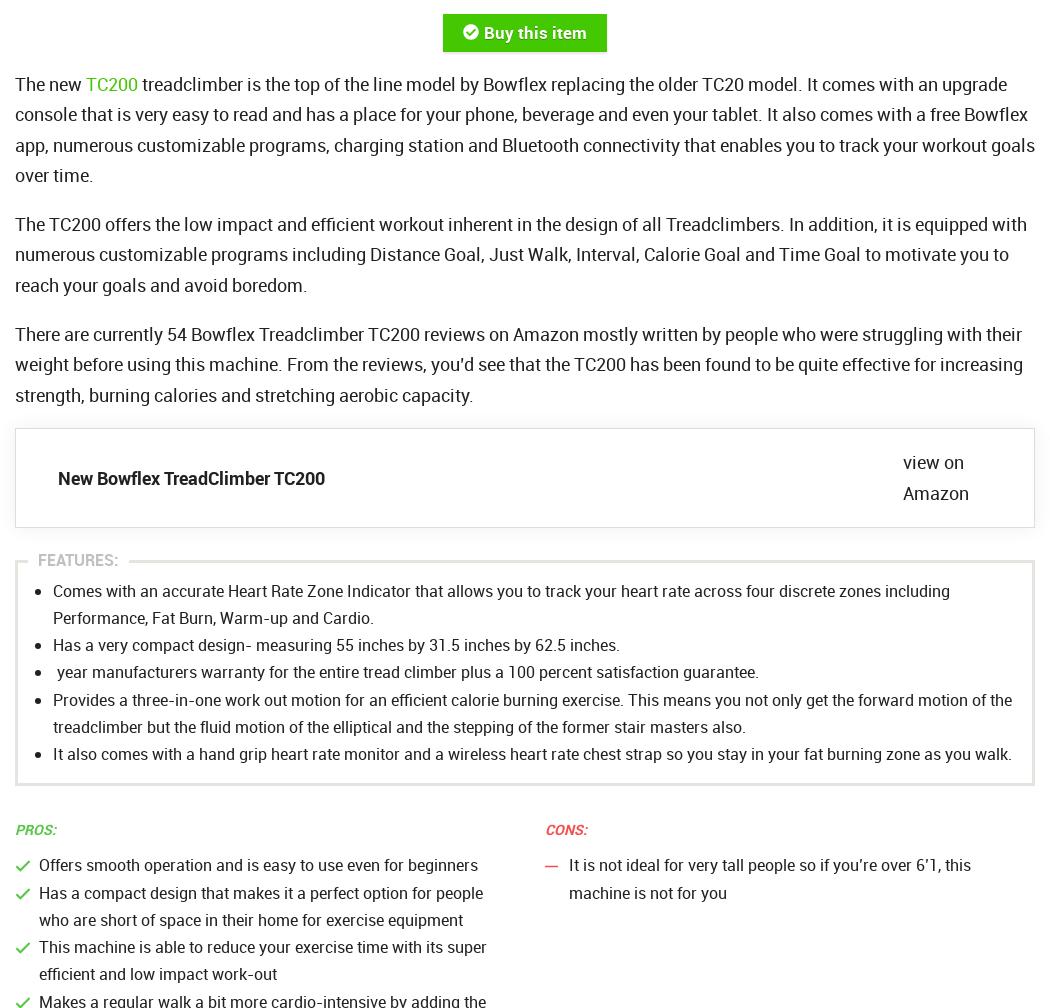 This screenshot has width=1050, height=1008. I want to click on 'This machine is able to reduce your exercise time with its super efficient and low impact work-out', so click(262, 960).